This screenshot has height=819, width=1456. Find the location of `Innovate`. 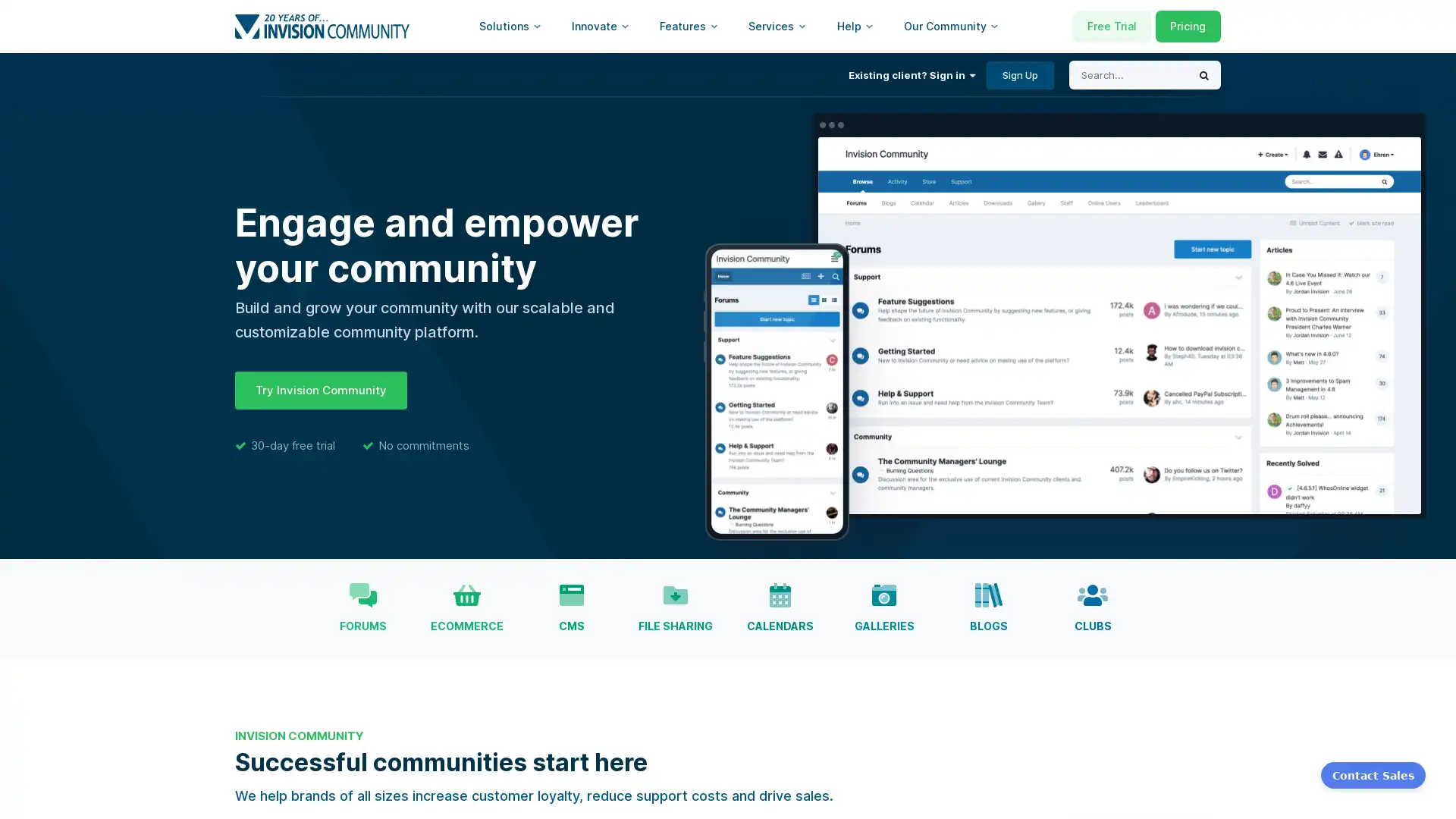

Innovate is located at coordinates (600, 26).